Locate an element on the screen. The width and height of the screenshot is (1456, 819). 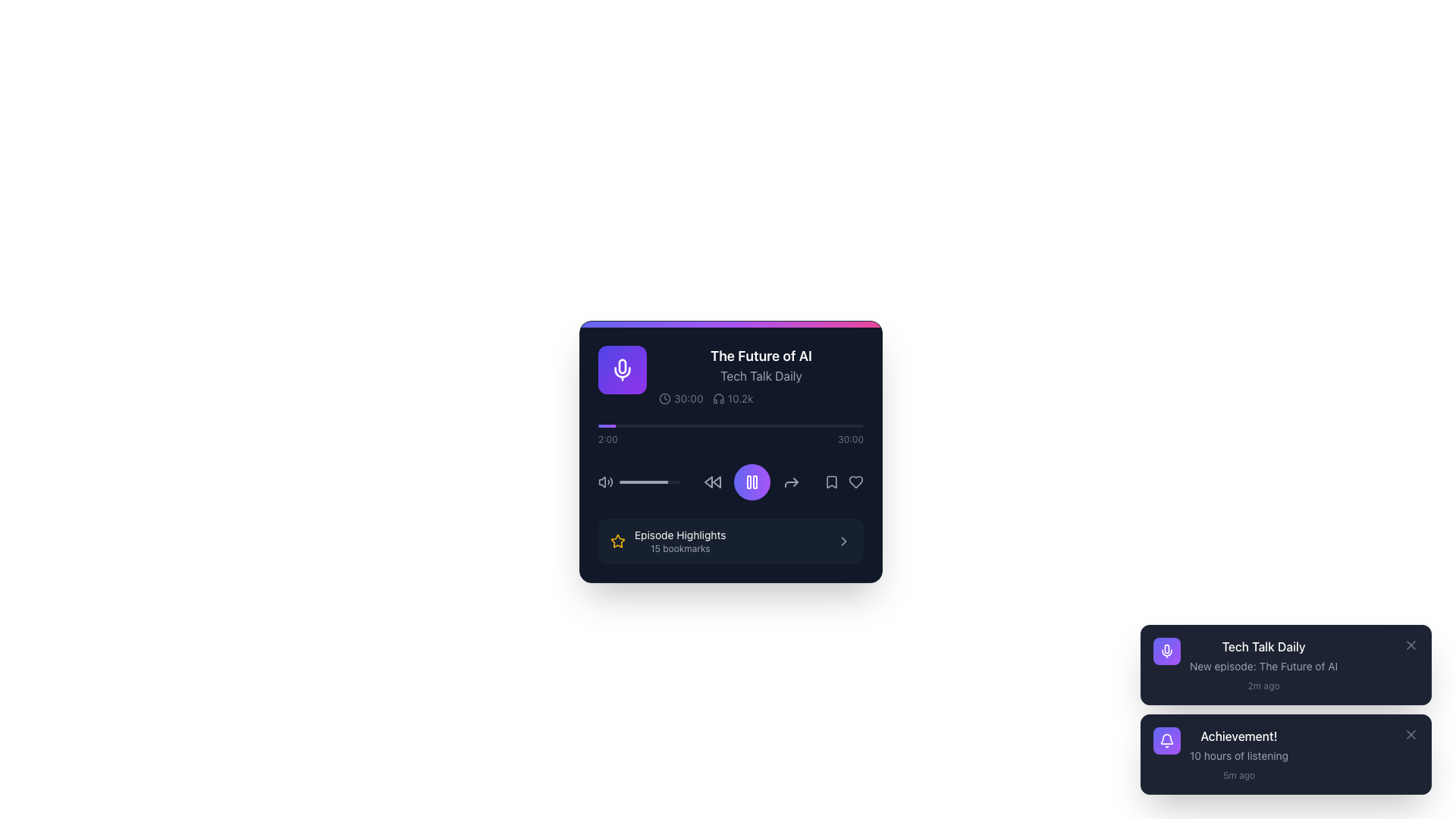
the informational bar displaying metadata for the podcast episode 'Tech Talk Daily', which shows the duration and number of listeners is located at coordinates (761, 397).